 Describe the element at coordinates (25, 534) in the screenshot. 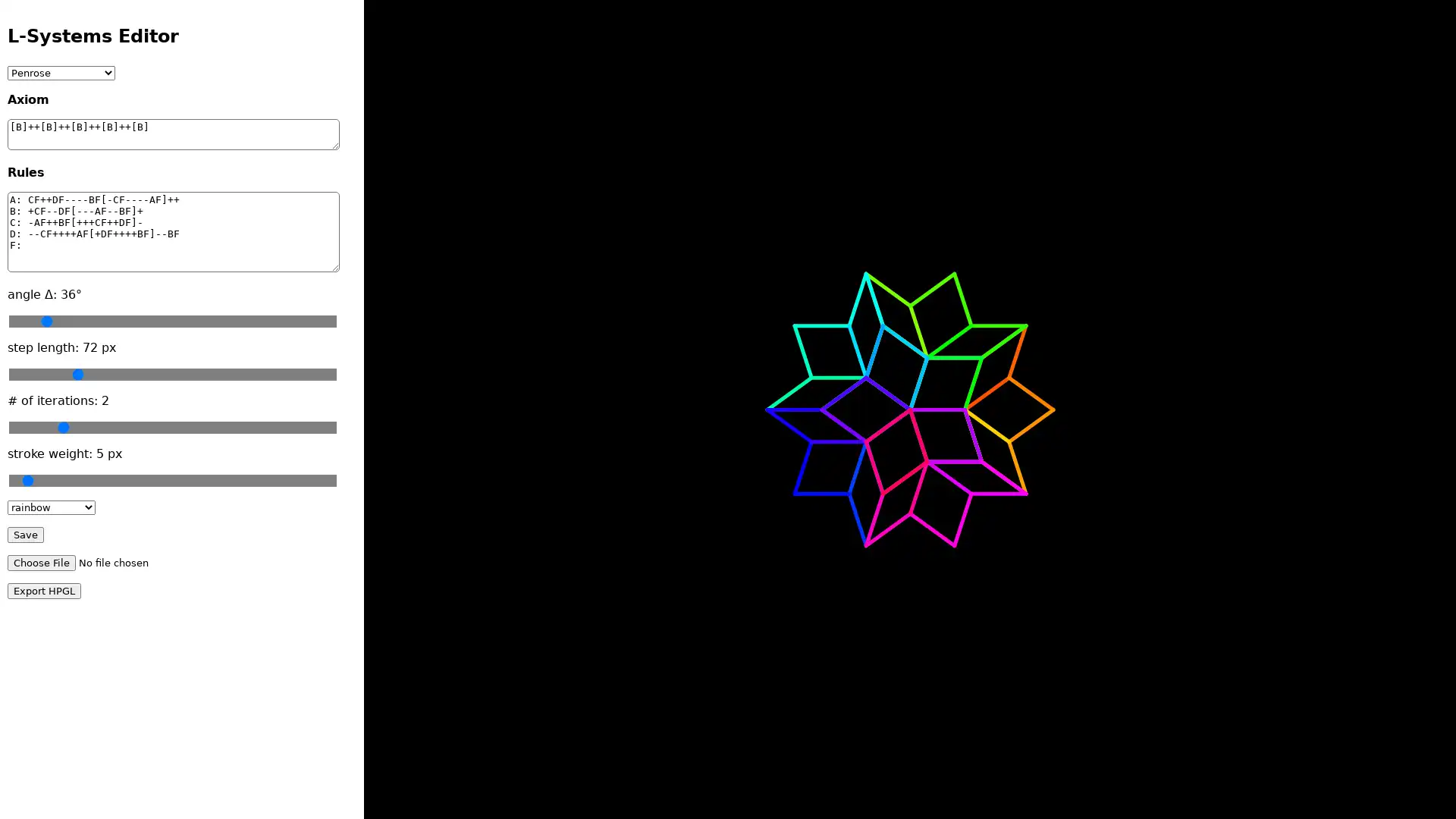

I see `Save` at that location.